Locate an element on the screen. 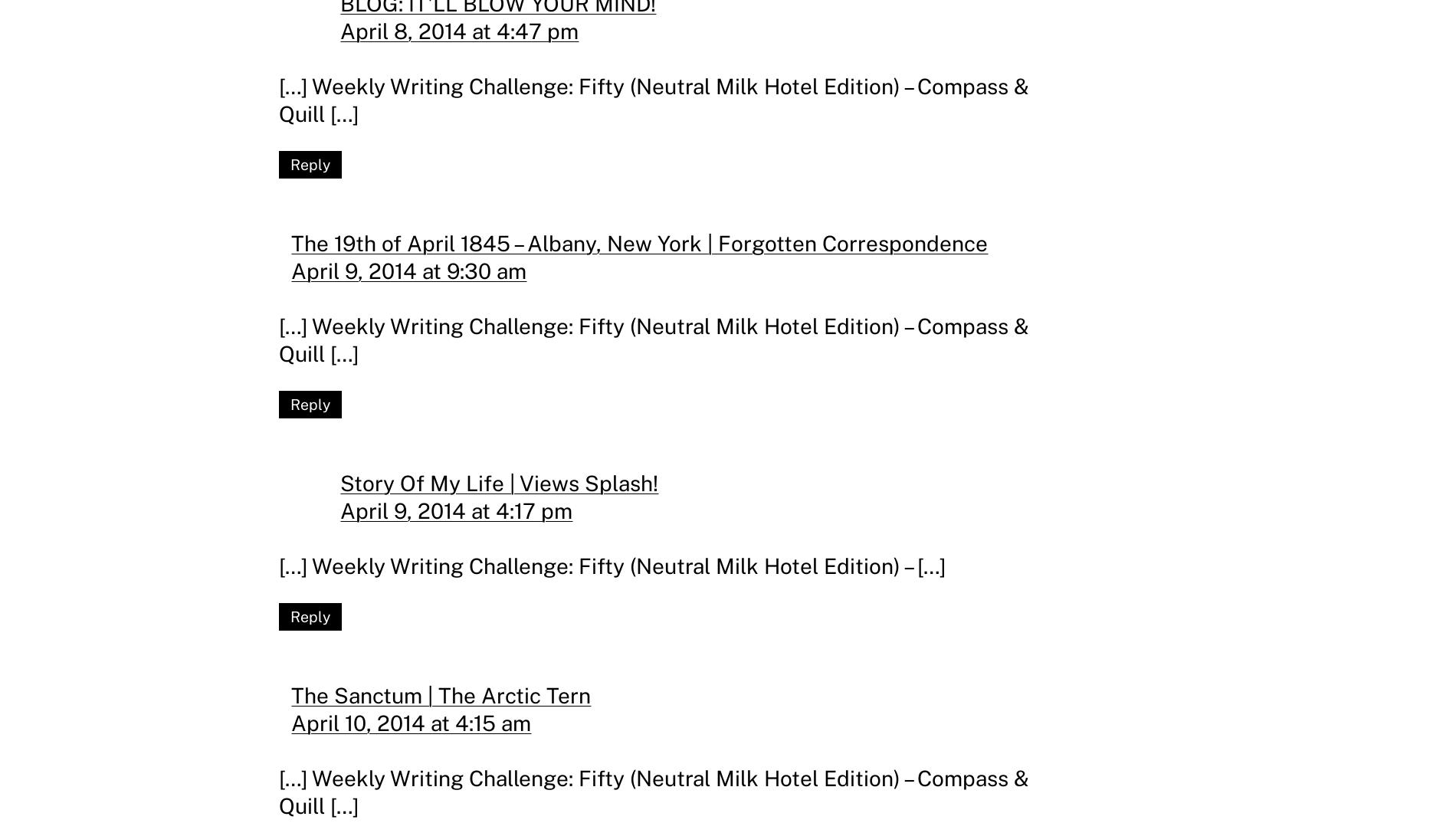  'Story Of My Life | Views Splash!' is located at coordinates (499, 482).